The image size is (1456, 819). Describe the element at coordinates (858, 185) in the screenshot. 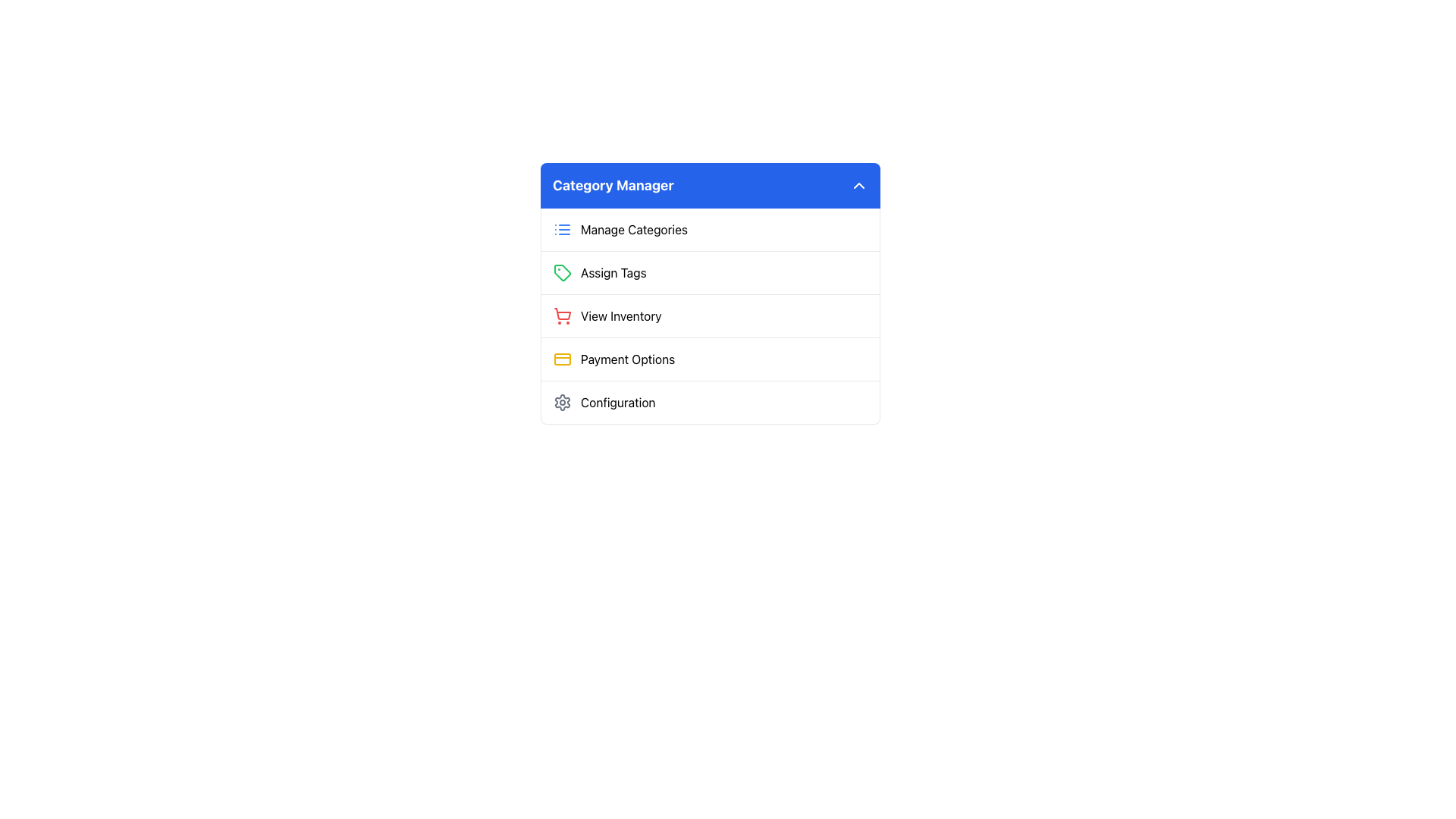

I see `the downward arrow button with a white outline on a blue background located at the top-right corner of the 'Category Manager' panel` at that location.